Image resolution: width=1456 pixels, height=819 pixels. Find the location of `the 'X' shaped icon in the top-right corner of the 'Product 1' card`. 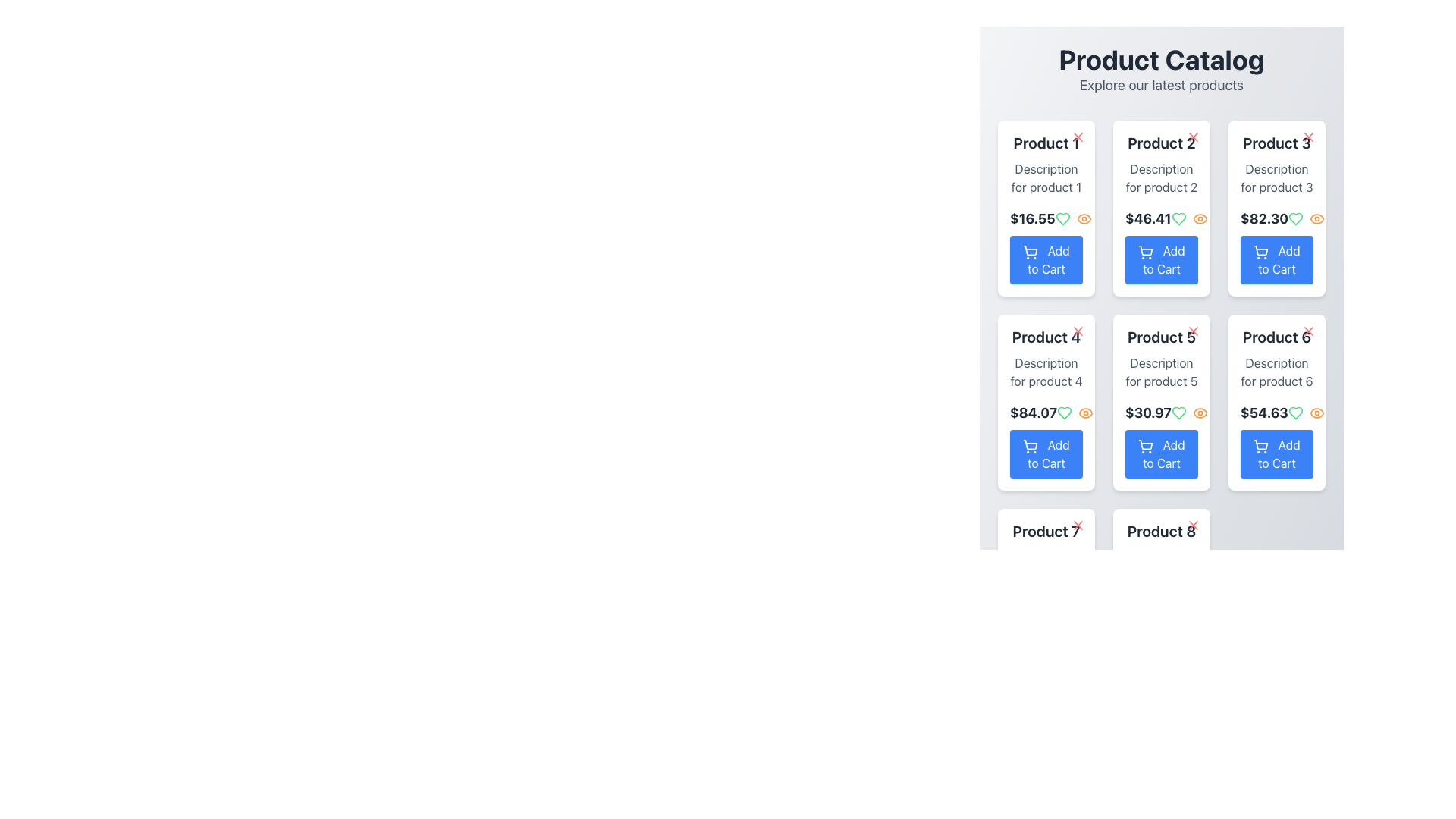

the 'X' shaped icon in the top-right corner of the 'Product 1' card is located at coordinates (1077, 137).